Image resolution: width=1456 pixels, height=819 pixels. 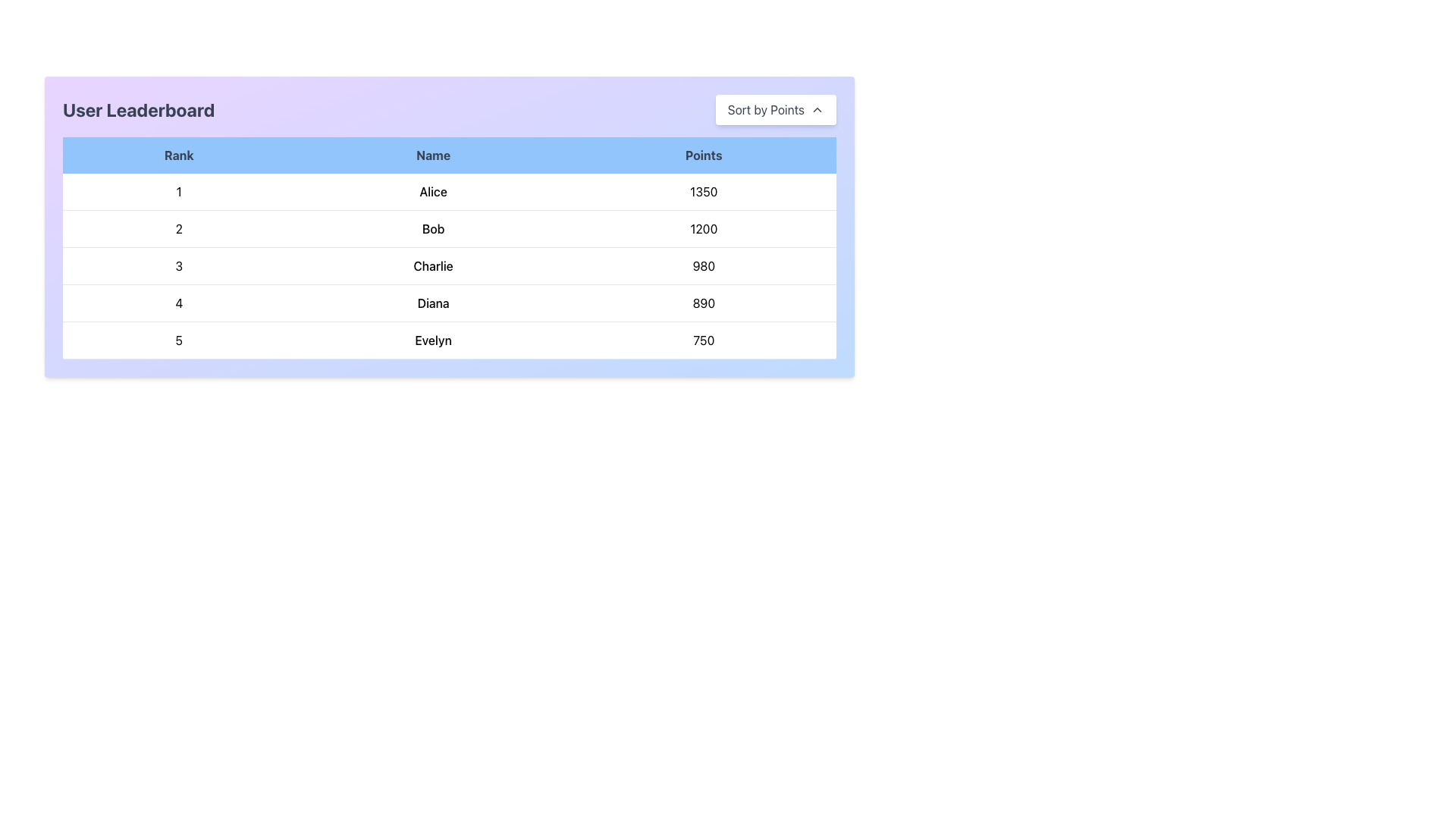 What do you see at coordinates (432, 265) in the screenshot?
I see `the text label containing the name 'Charlie' in the leaderboard table, located in the third row under the 'Name' column` at bounding box center [432, 265].